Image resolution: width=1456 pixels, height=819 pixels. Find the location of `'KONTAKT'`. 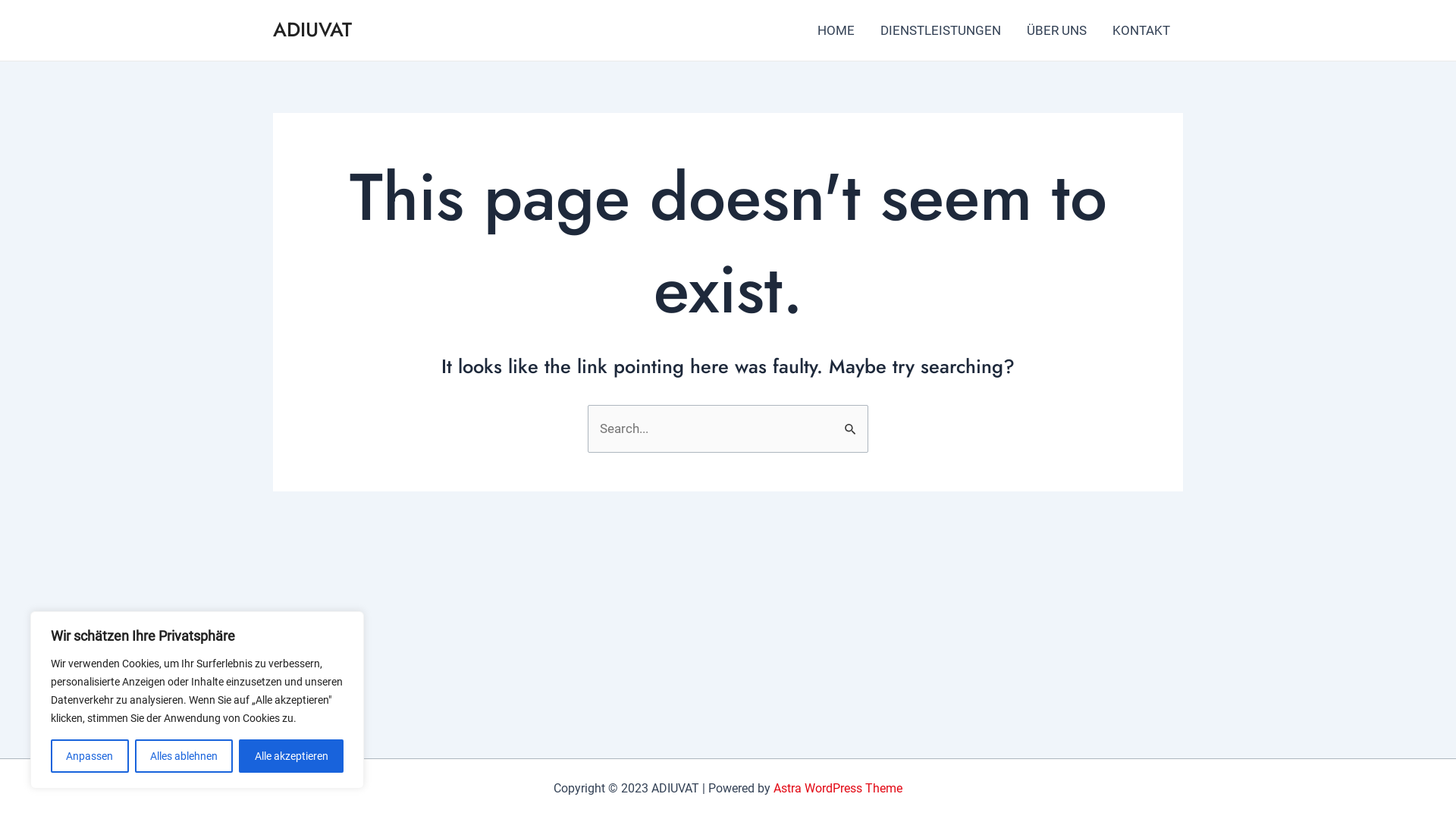

'KONTAKT' is located at coordinates (1141, 30).